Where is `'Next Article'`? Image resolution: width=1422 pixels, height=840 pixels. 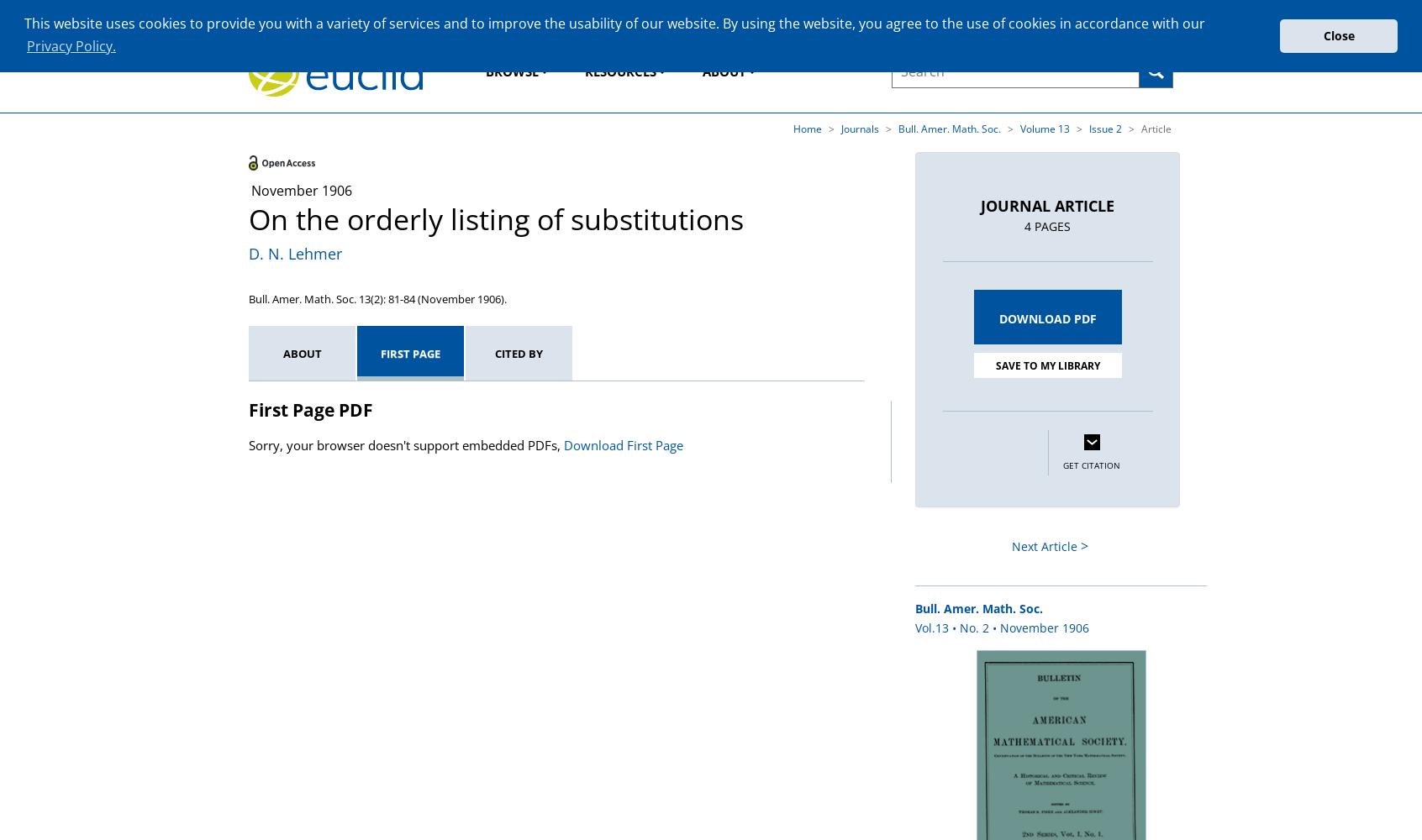 'Next Article' is located at coordinates (1044, 546).